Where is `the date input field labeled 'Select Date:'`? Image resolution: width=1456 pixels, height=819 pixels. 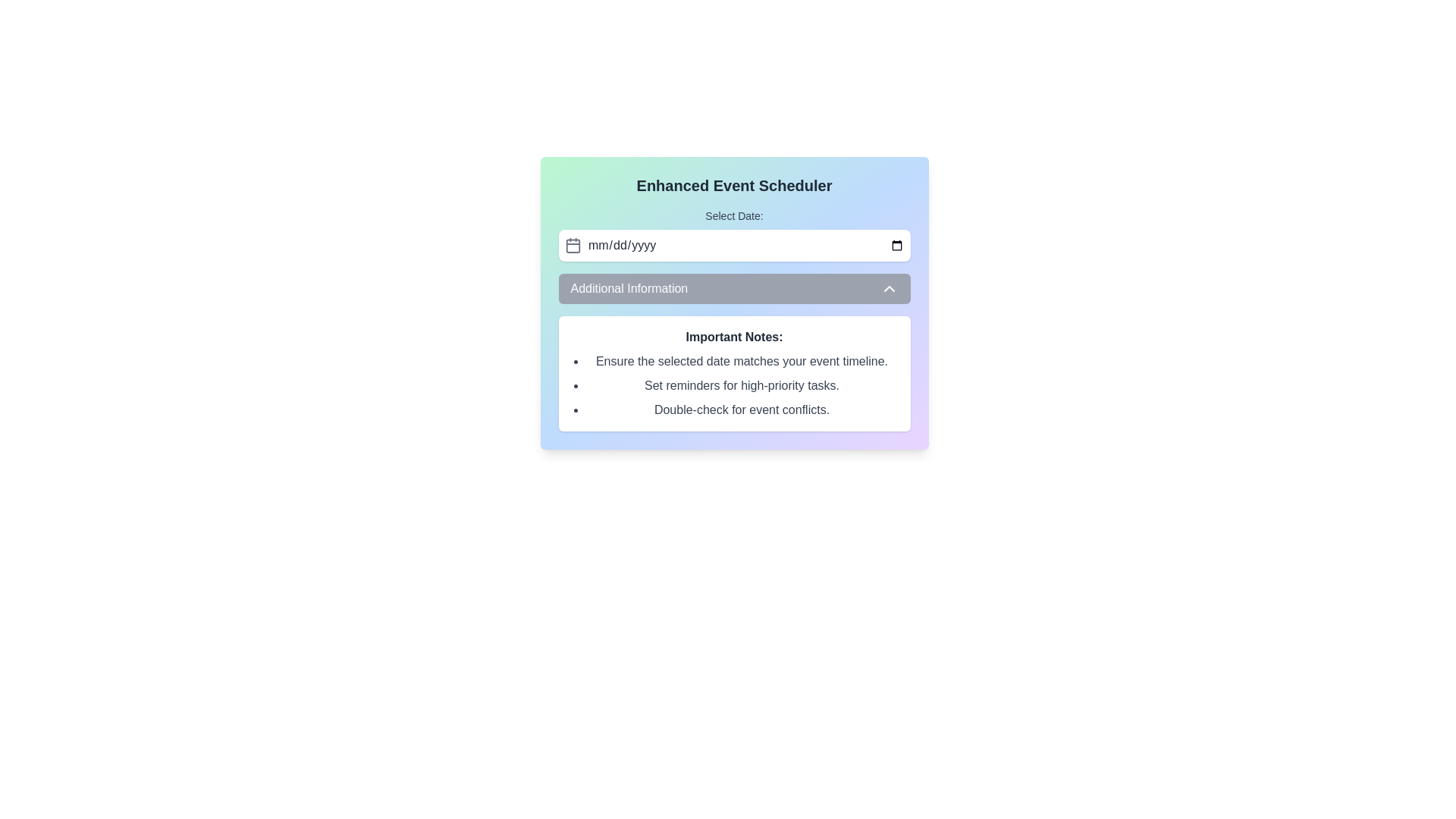 the date input field labeled 'Select Date:' is located at coordinates (734, 234).